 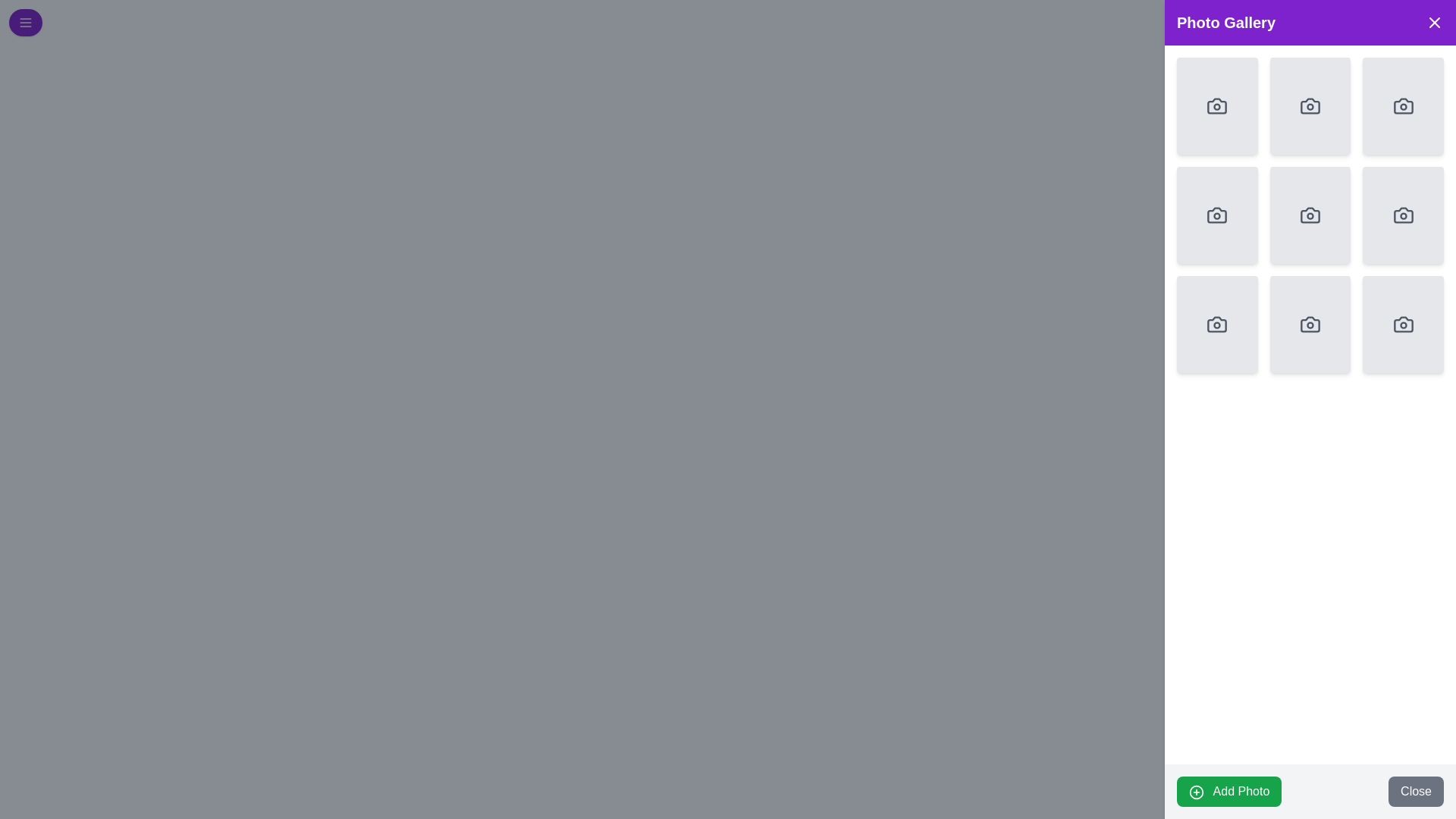 I want to click on the small 'X' shaped button with a white stroke on a purple background located at the top-right corner of the 'Photo Gallery' header, so click(x=1433, y=23).